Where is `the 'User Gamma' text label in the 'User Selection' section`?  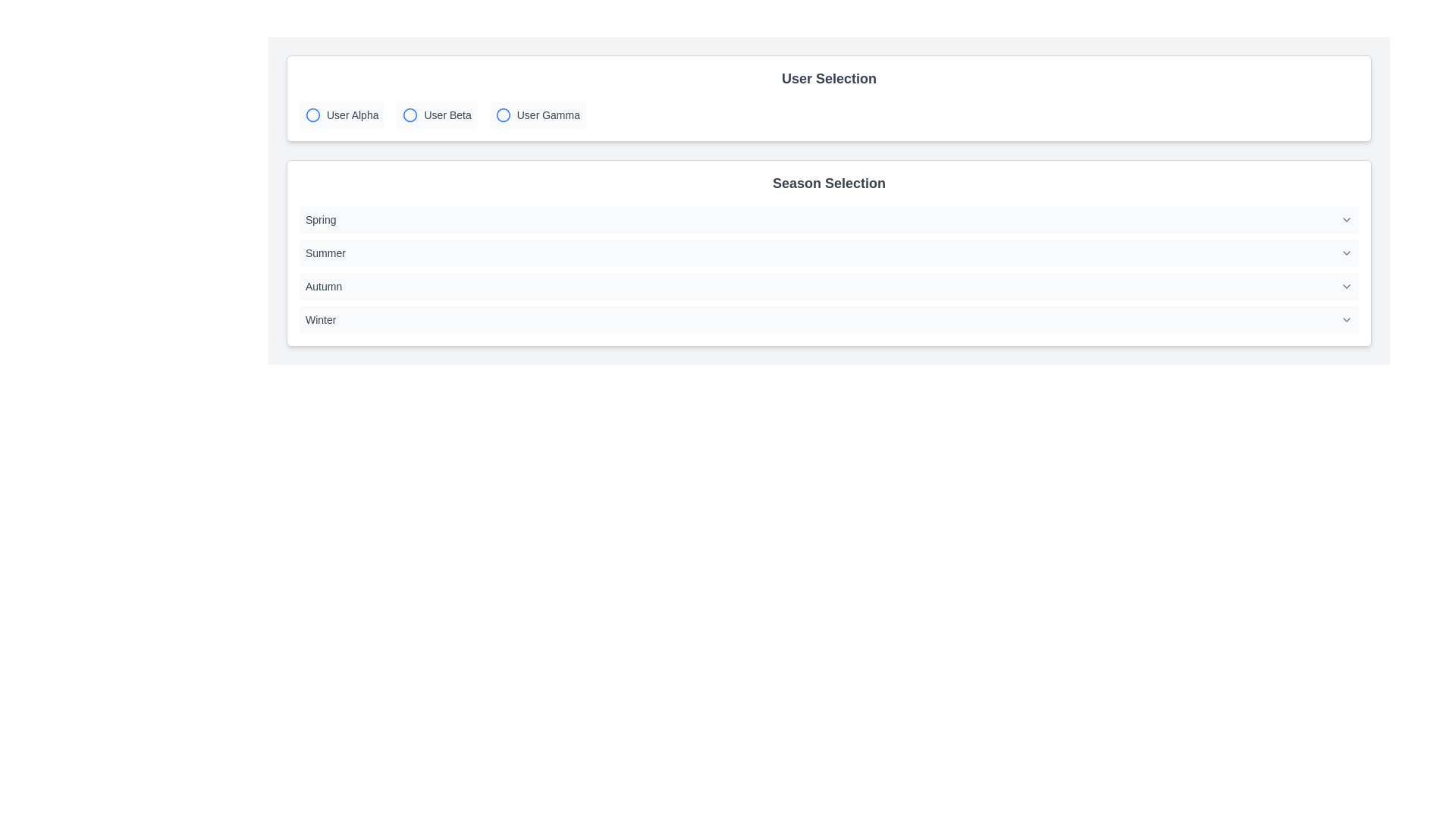 the 'User Gamma' text label in the 'User Selection' section is located at coordinates (548, 114).